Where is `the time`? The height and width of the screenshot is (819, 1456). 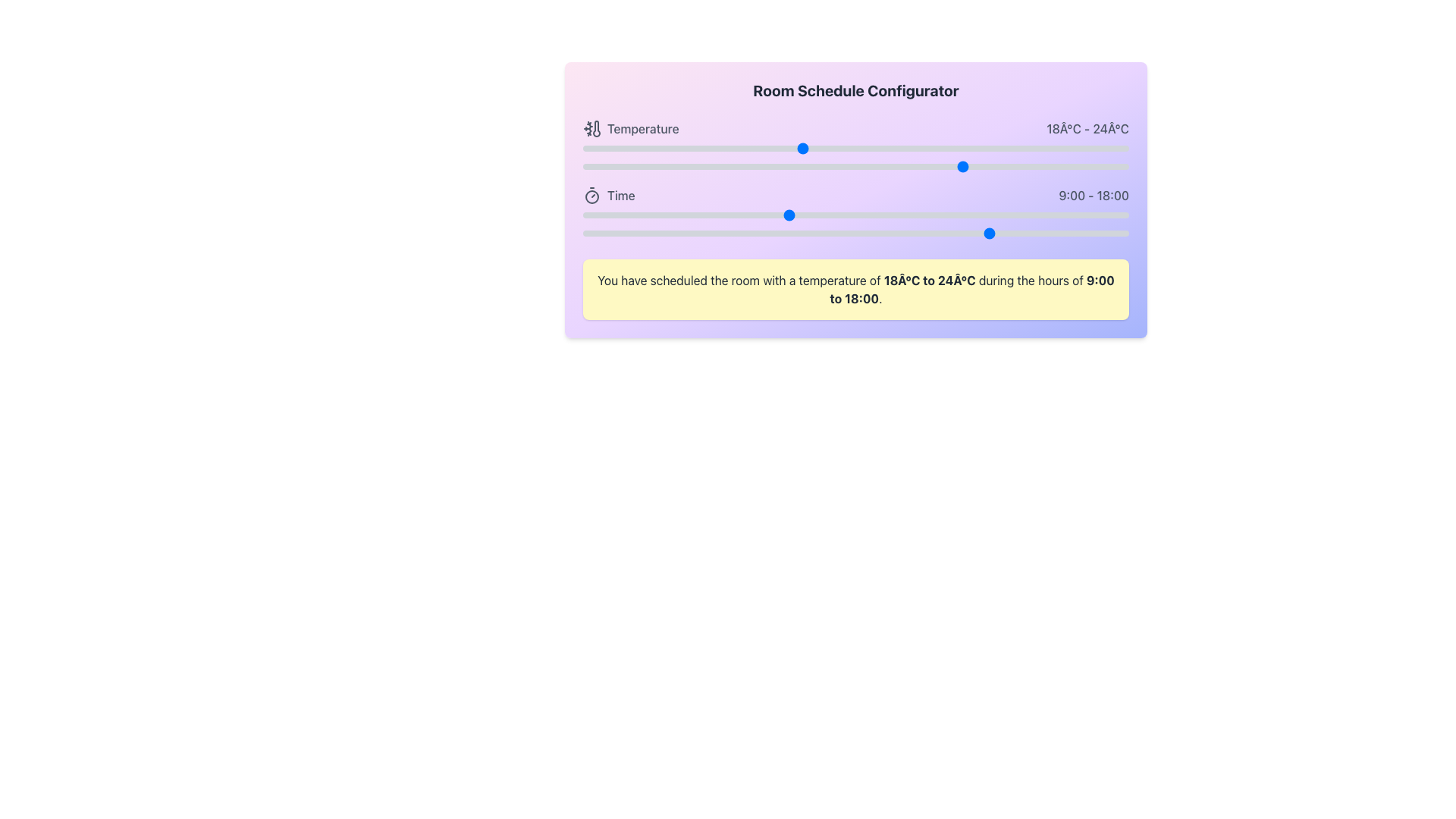 the time is located at coordinates (629, 215).